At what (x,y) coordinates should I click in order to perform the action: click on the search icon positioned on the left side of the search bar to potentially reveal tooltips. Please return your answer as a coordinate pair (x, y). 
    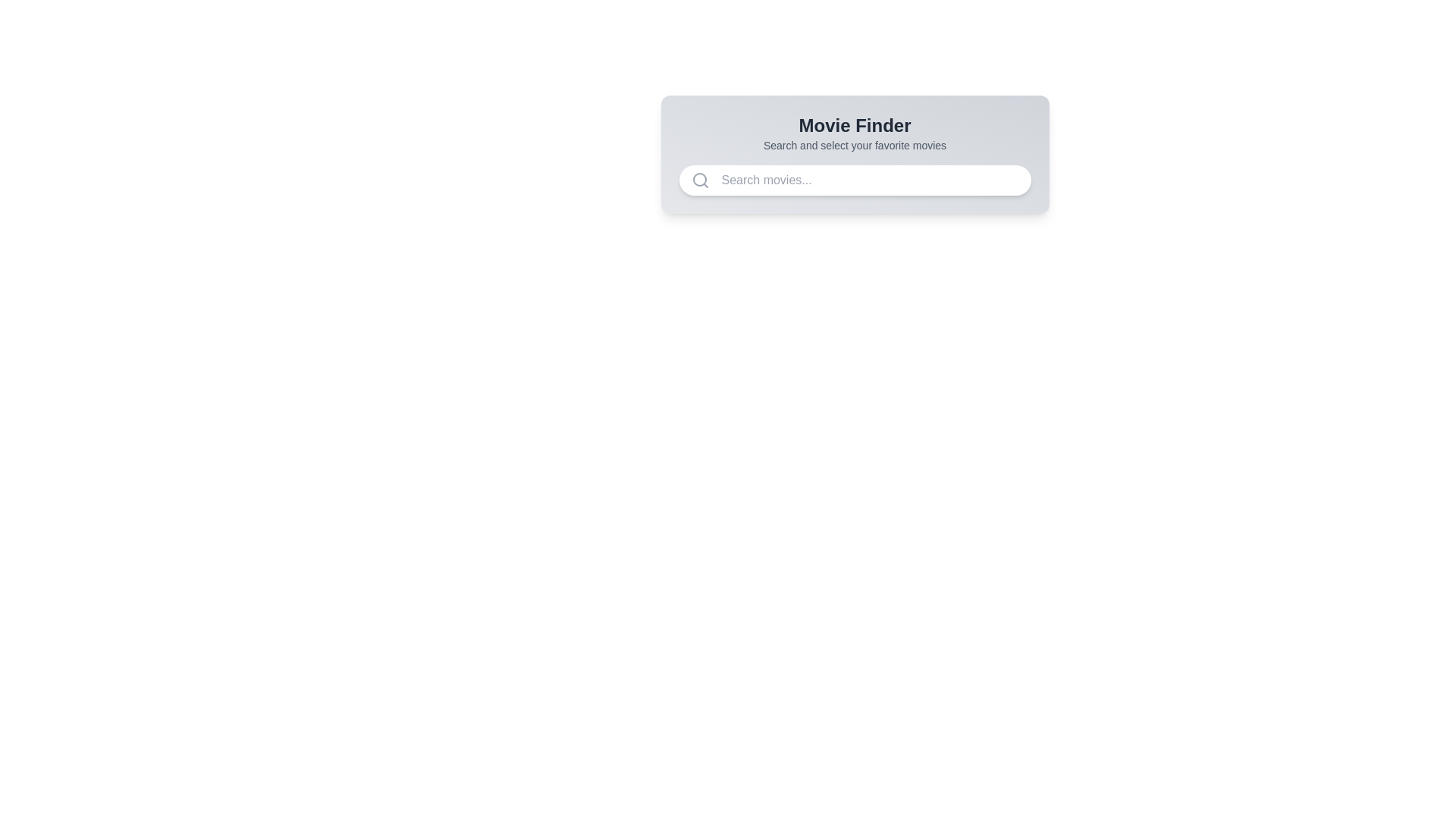
    Looking at the image, I should click on (699, 180).